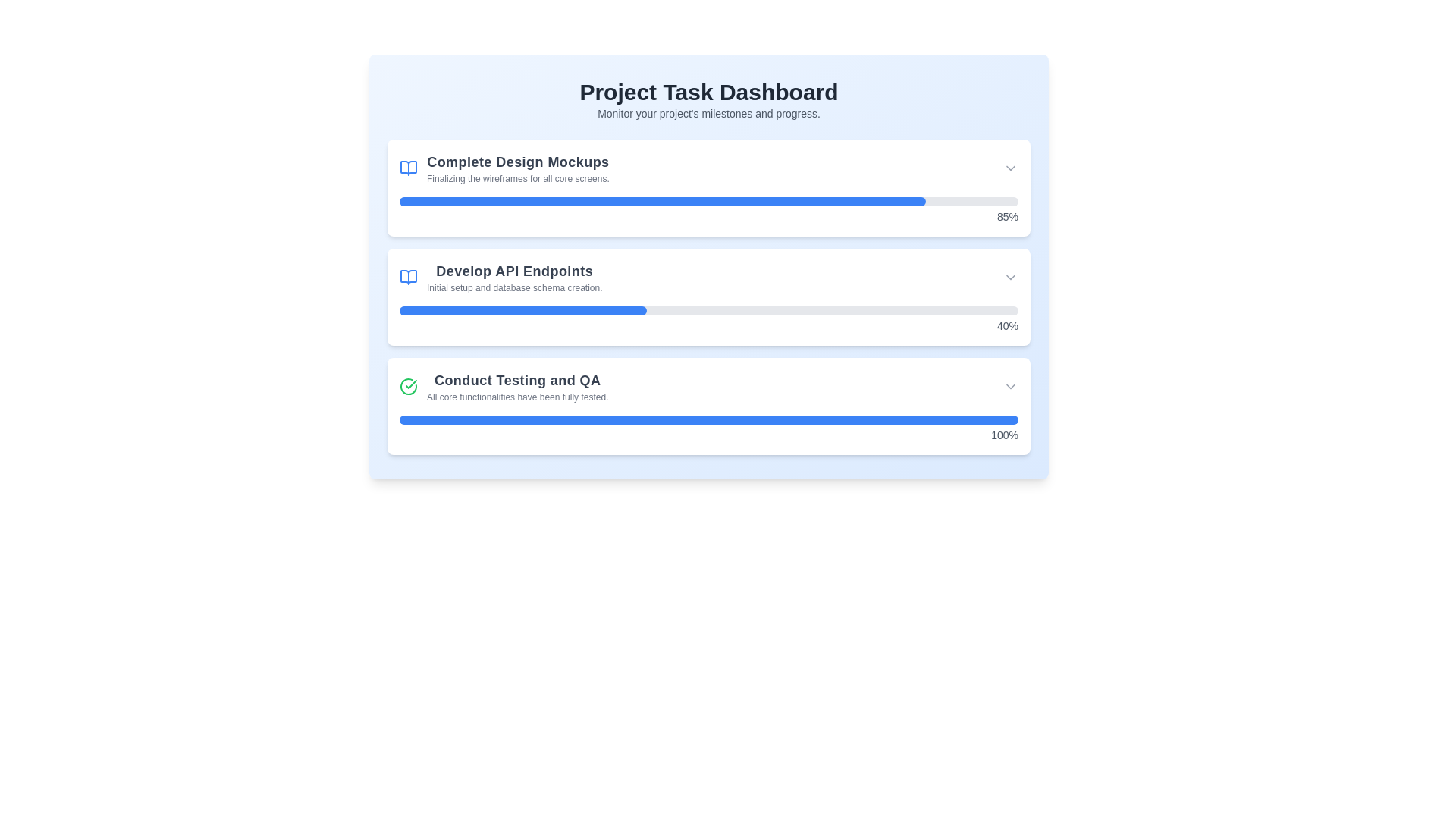  I want to click on displayed text of the Heading and subtitle element, which shows 'Project Task Dashboard' and 'Monitor your project's milestones and progress.', so click(708, 99).